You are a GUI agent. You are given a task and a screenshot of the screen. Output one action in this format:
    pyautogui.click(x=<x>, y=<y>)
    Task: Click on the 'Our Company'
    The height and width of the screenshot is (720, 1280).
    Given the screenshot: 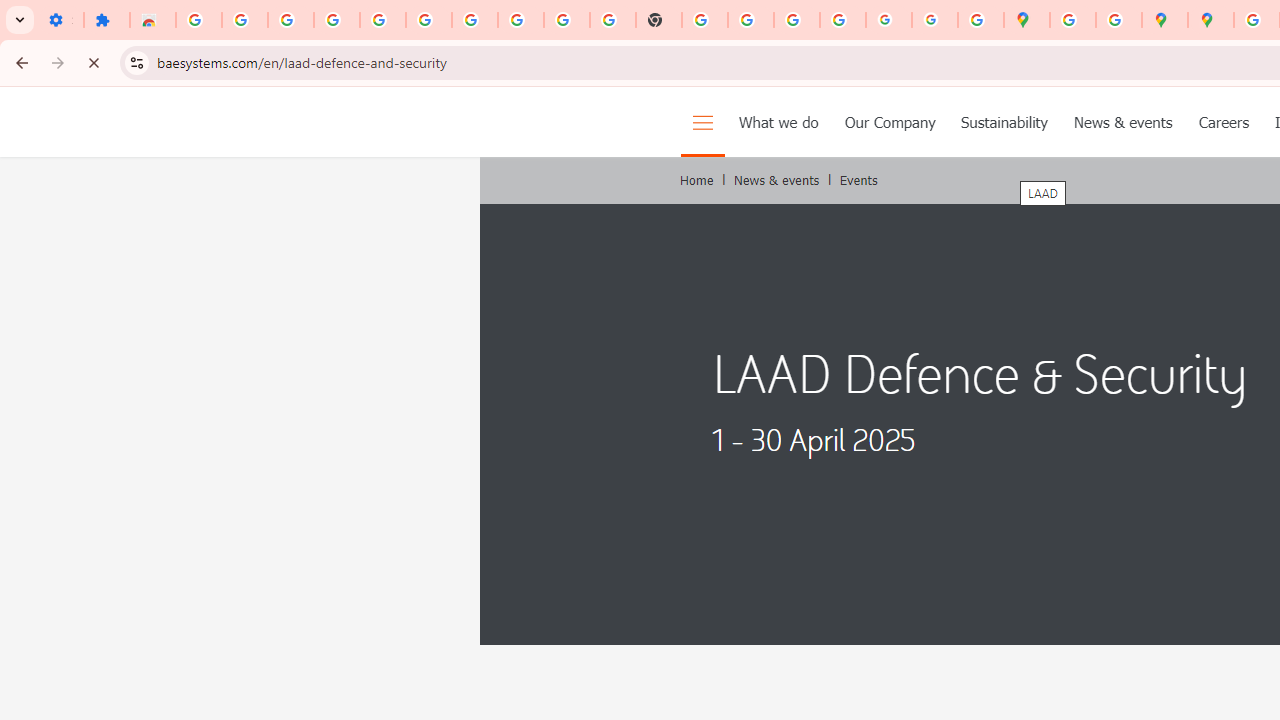 What is the action you would take?
    pyautogui.click(x=889, y=122)
    